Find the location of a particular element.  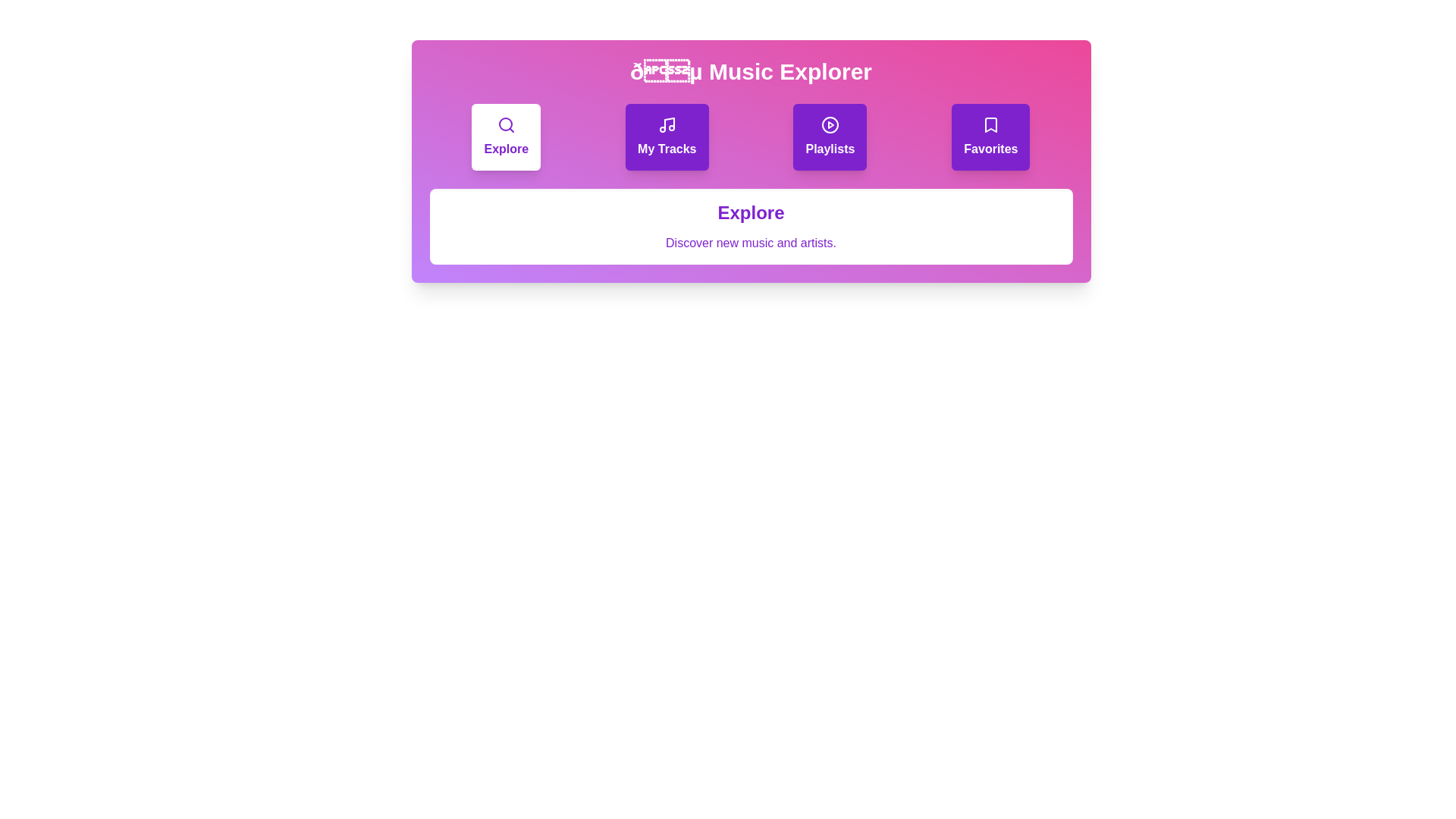

the tab Favorites is located at coordinates (990, 137).